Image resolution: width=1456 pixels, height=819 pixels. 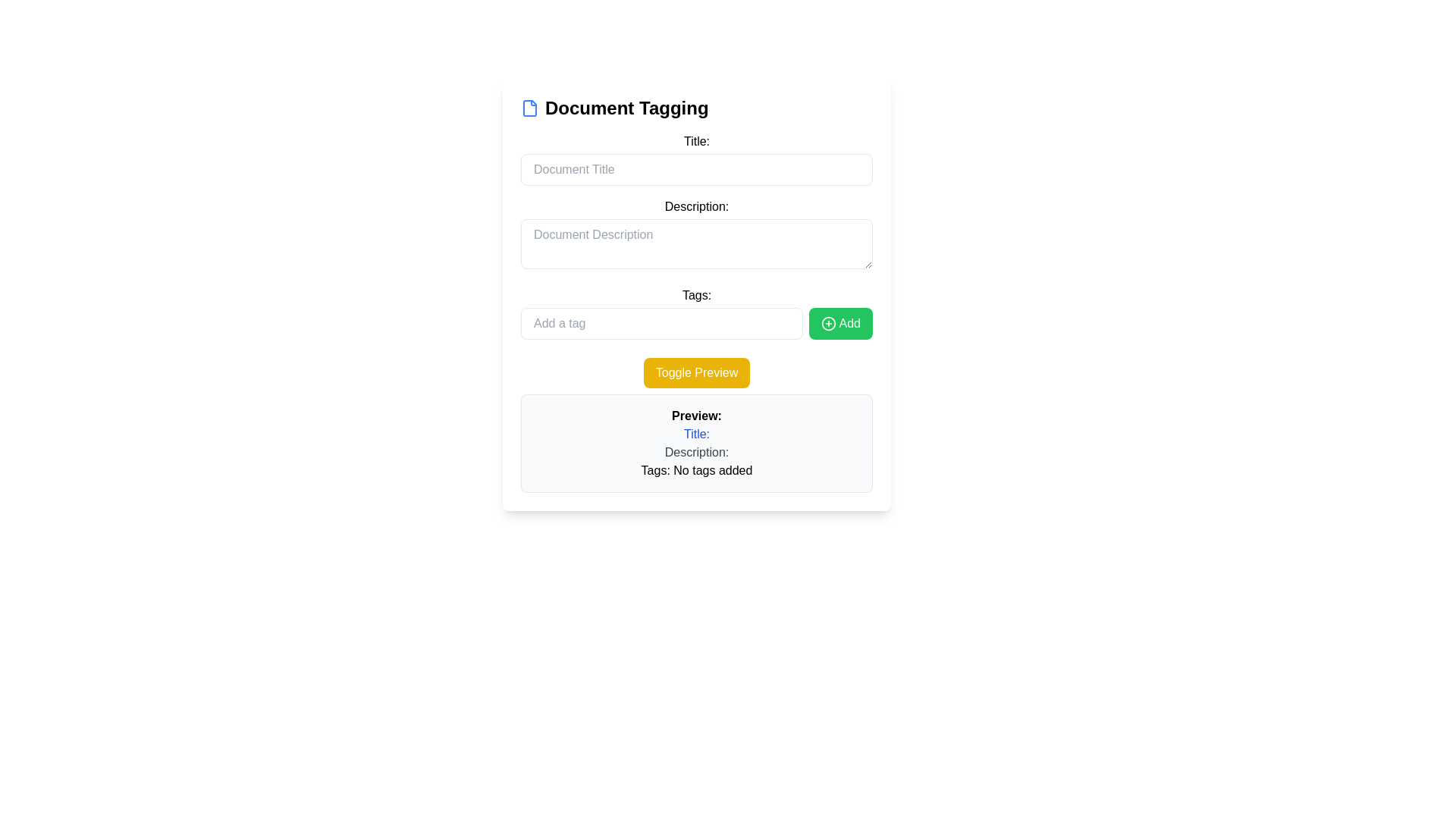 What do you see at coordinates (530, 107) in the screenshot?
I see `the blue file-shaped icon located near the text 'Document Tagging' at the top-left corner of the interface` at bounding box center [530, 107].